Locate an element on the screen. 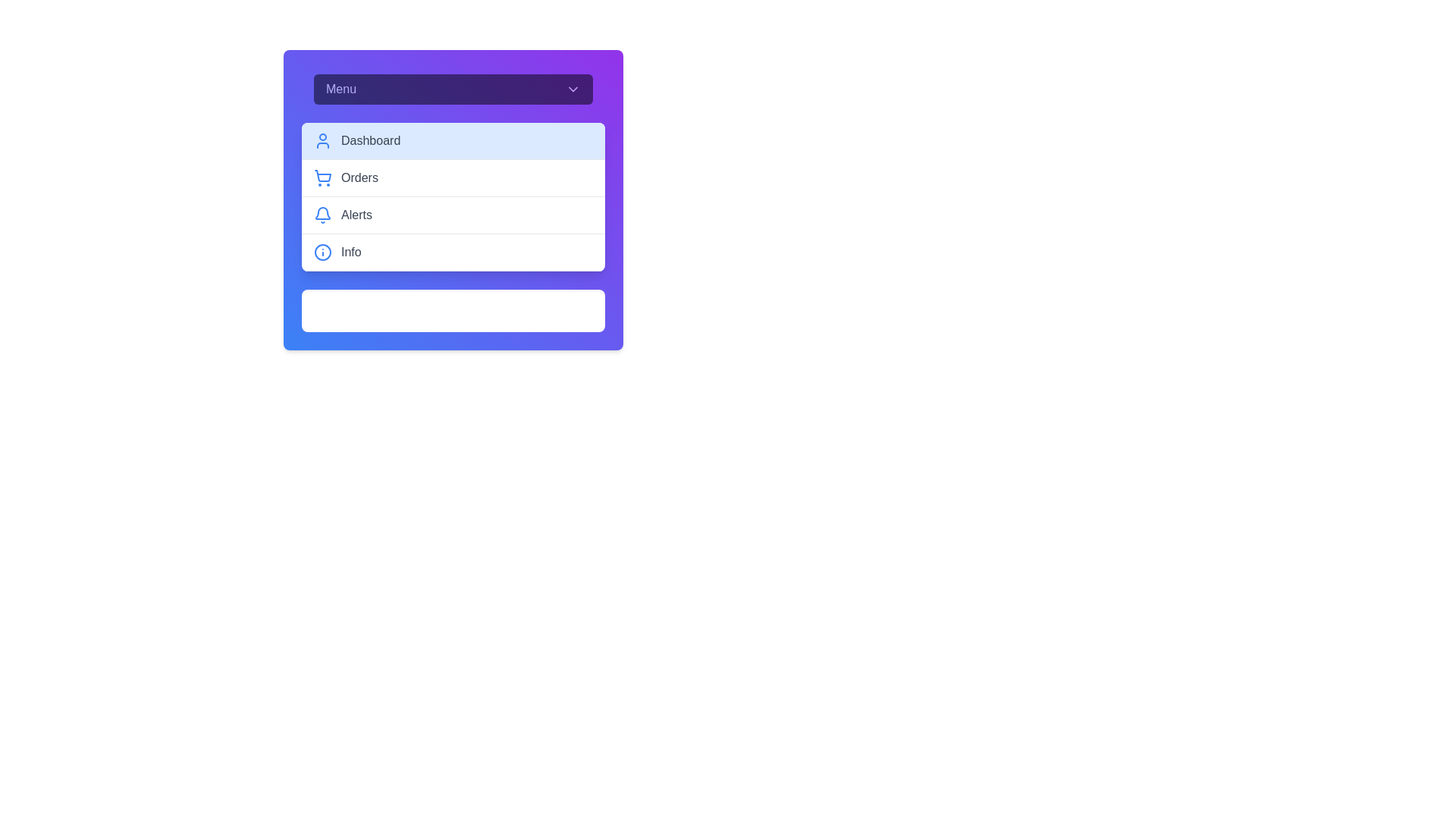 Image resolution: width=1456 pixels, height=819 pixels. the 'Info' menu item, which is the fourth item in the menu list below the 'Alerts' menu option is located at coordinates (453, 252).